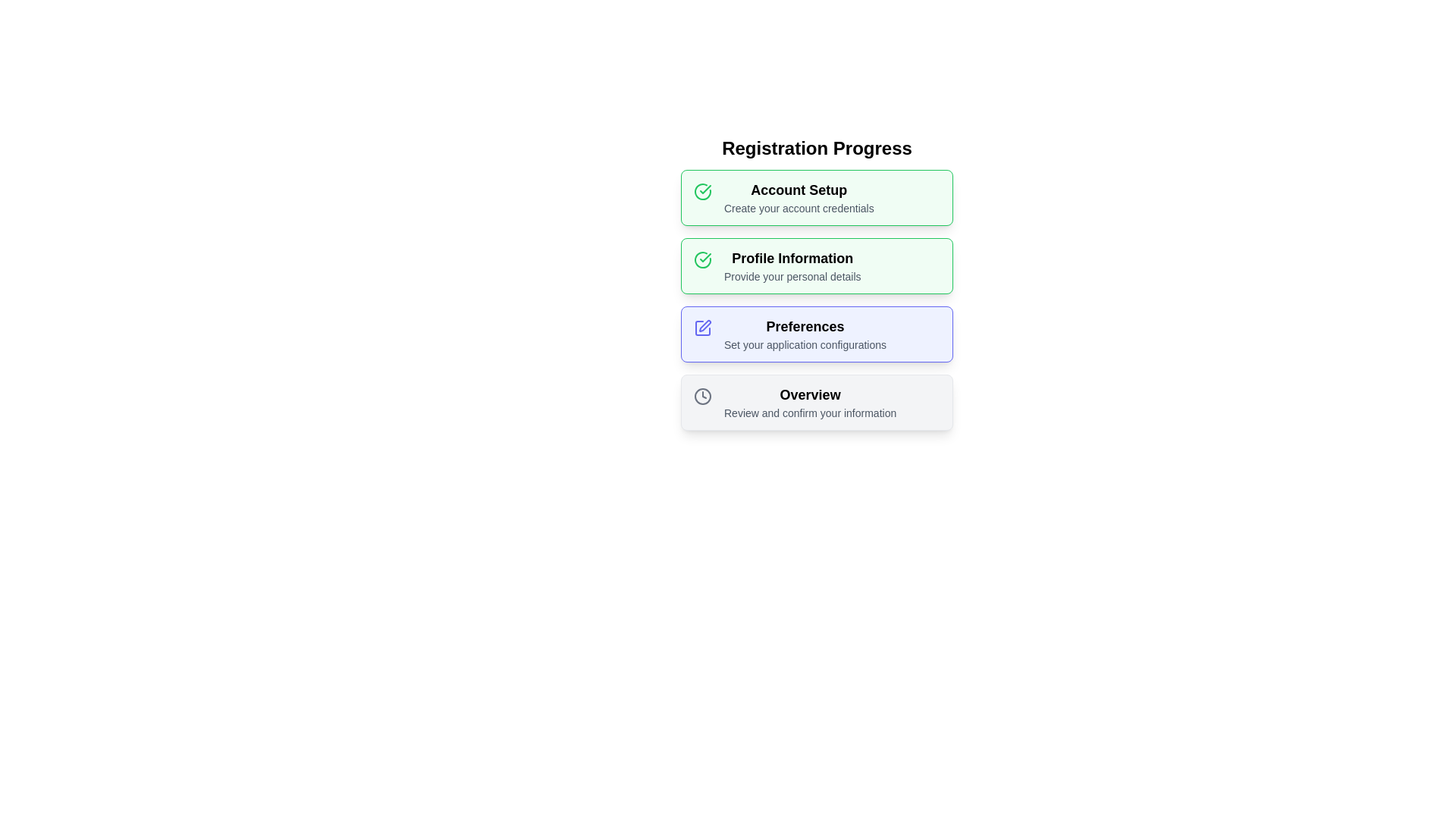  Describe the element at coordinates (701, 396) in the screenshot. I see `the SVG circle graphic that represents the center of the analog clock icon` at that location.